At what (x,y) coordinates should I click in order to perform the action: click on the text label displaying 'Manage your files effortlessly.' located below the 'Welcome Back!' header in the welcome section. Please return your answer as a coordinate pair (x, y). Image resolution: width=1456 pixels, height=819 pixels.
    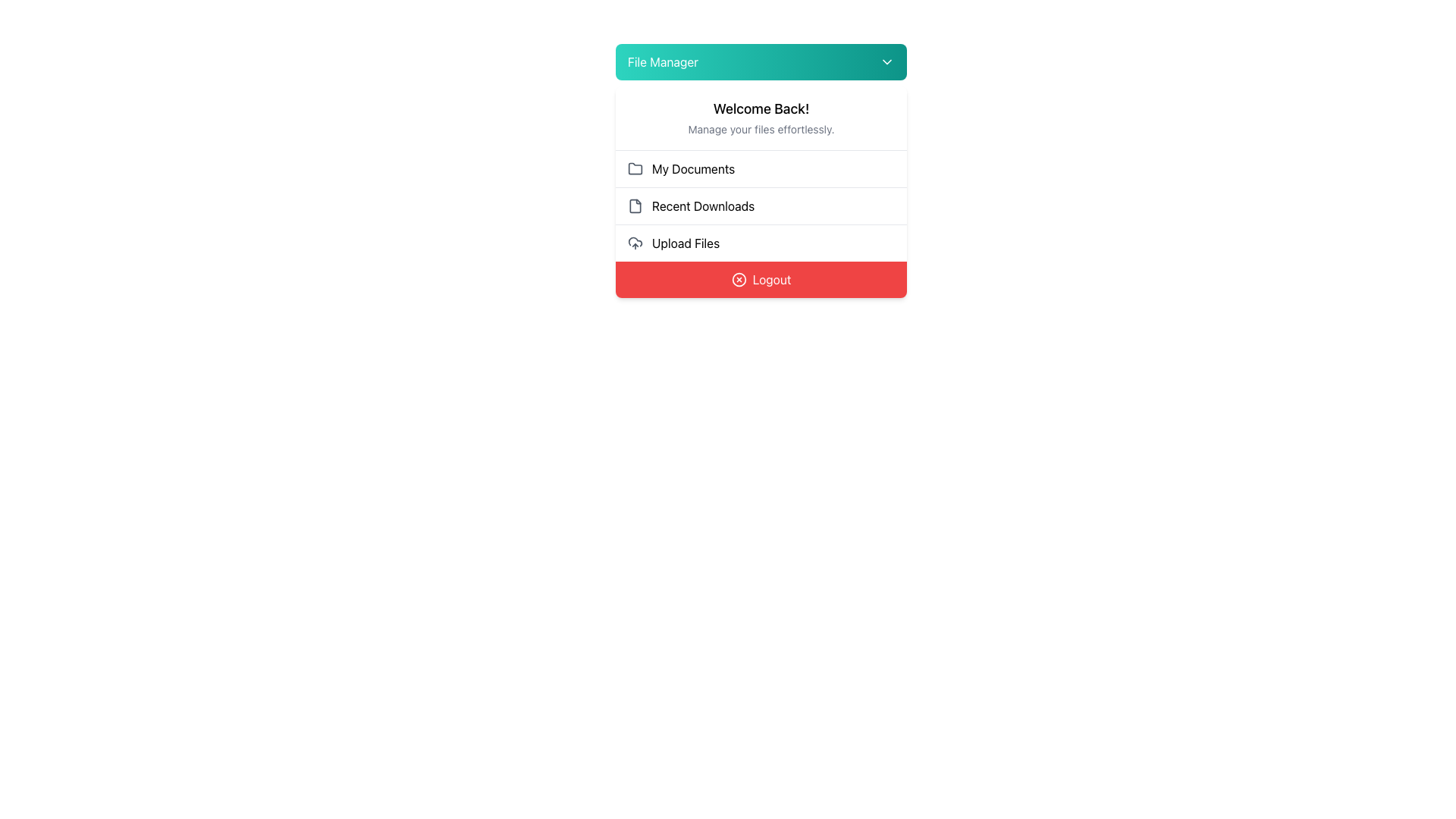
    Looking at the image, I should click on (761, 128).